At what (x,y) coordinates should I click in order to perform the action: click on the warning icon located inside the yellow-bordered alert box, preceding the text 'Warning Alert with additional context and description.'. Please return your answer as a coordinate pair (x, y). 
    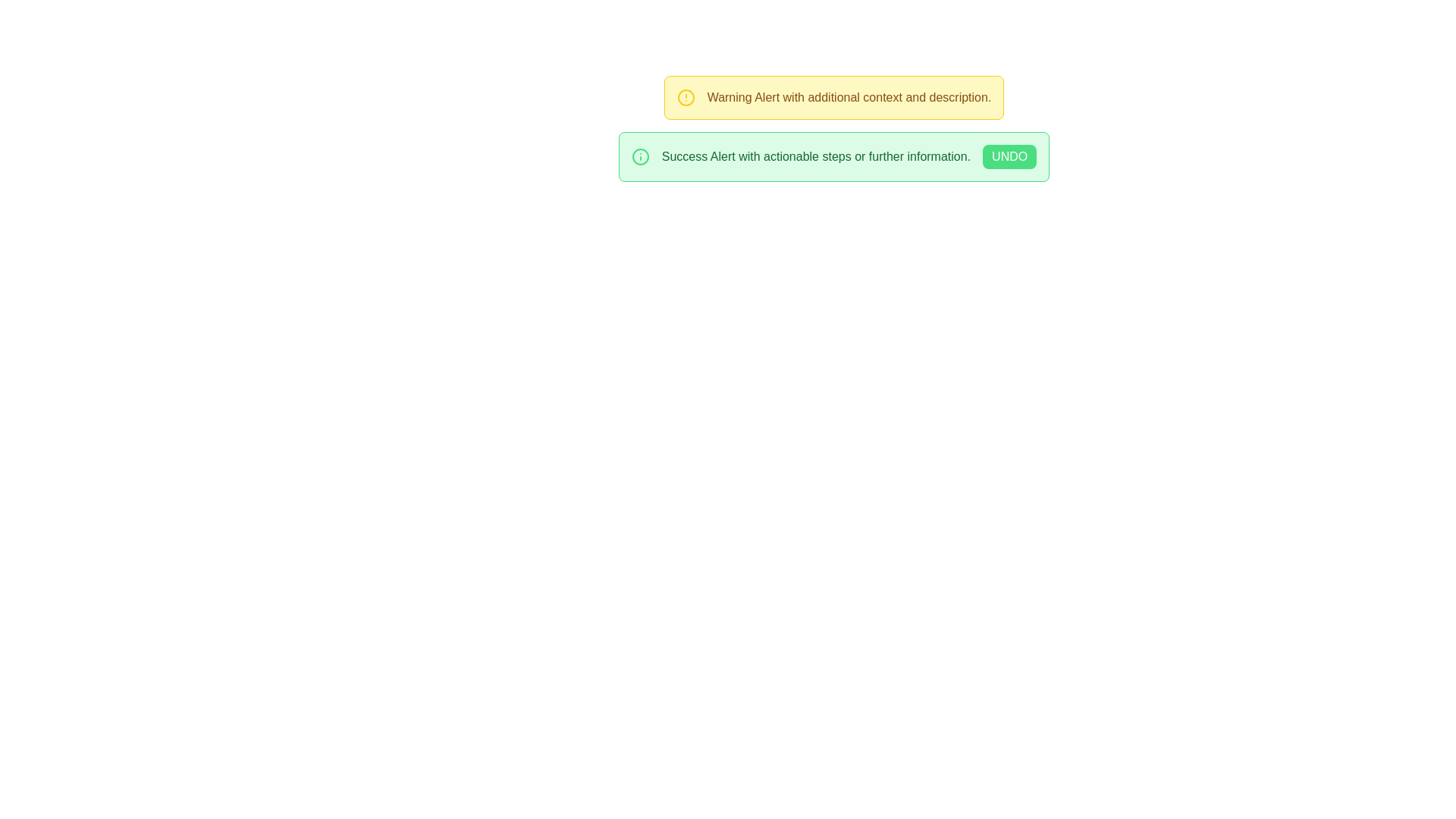
    Looking at the image, I should click on (685, 97).